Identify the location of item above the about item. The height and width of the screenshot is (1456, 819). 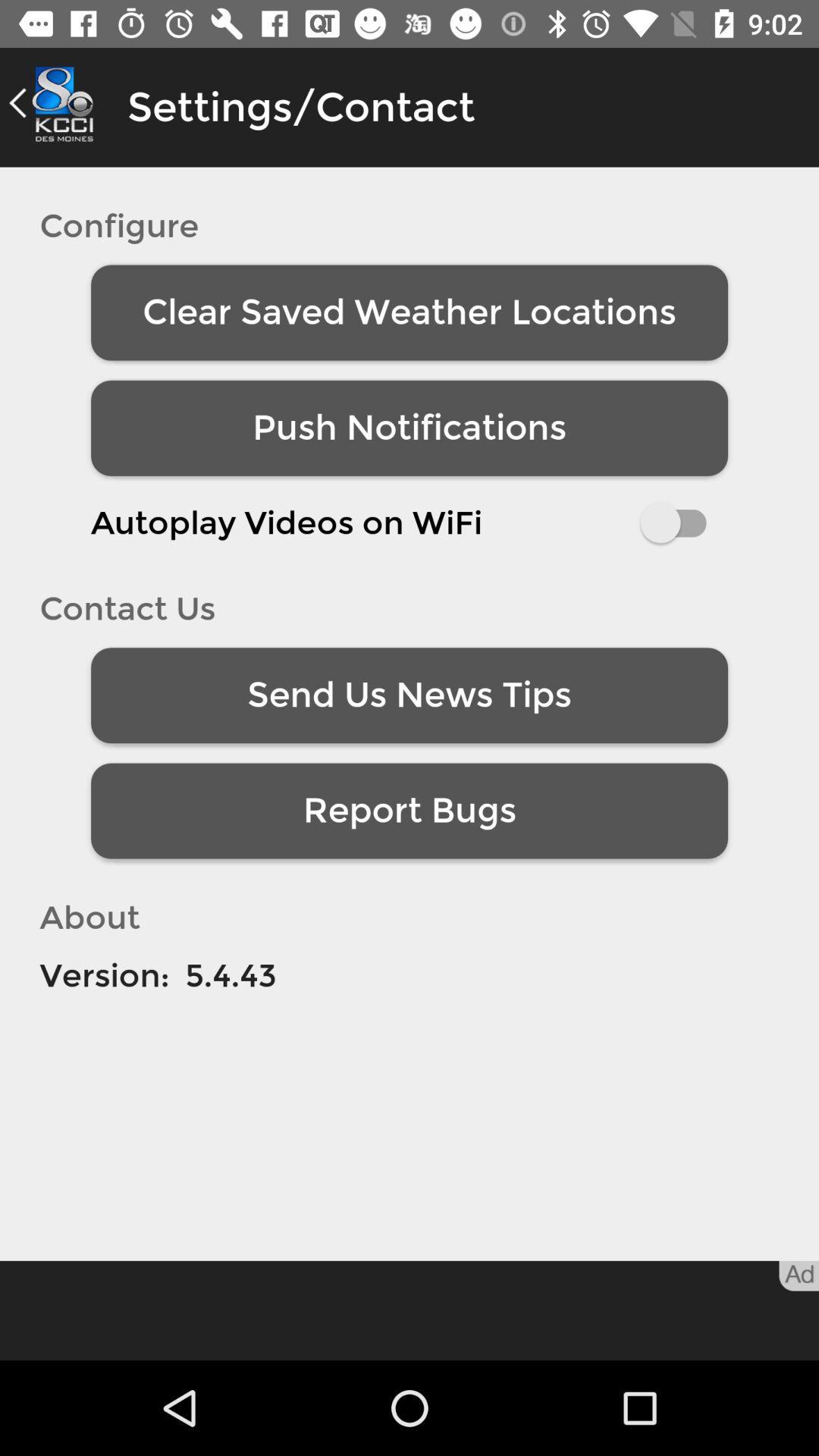
(409, 810).